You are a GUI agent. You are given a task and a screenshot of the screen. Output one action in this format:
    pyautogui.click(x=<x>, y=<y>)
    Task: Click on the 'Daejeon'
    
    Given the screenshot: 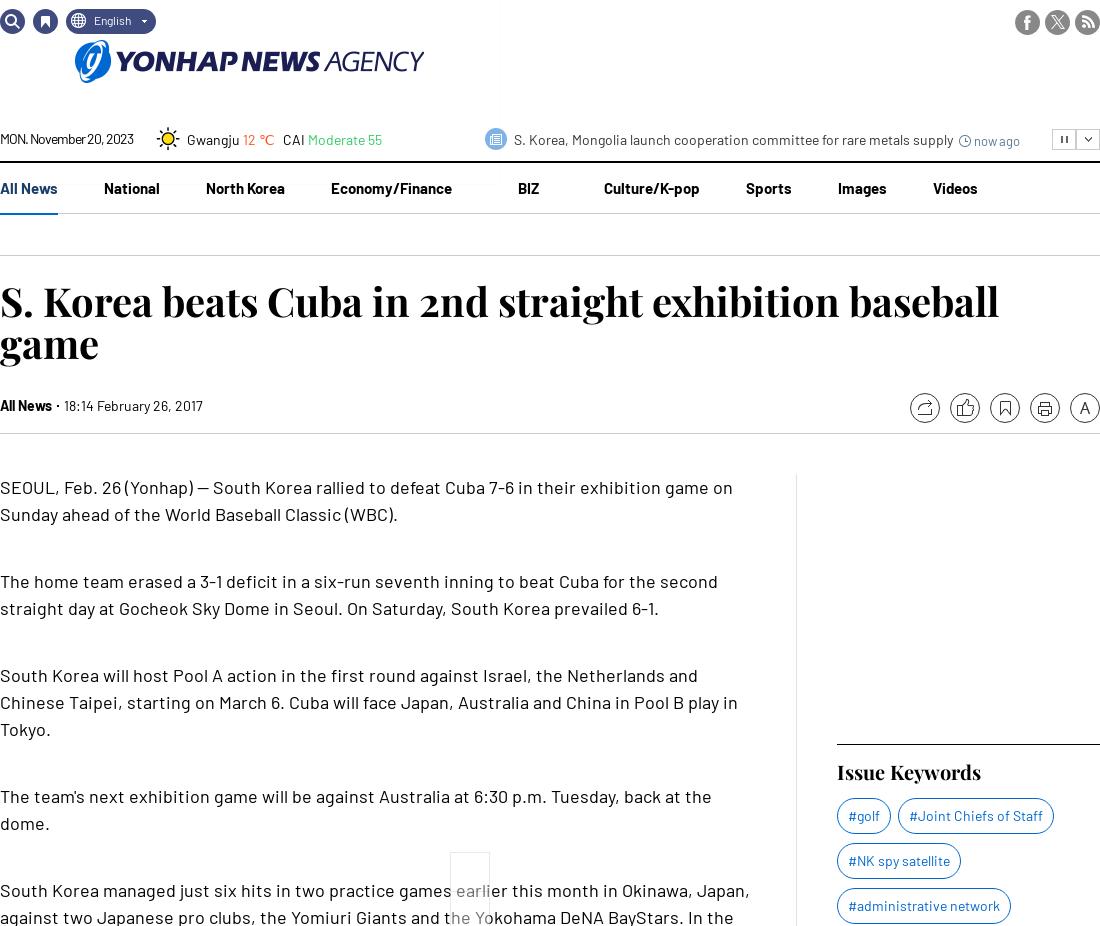 What is the action you would take?
    pyautogui.click(x=186, y=173)
    